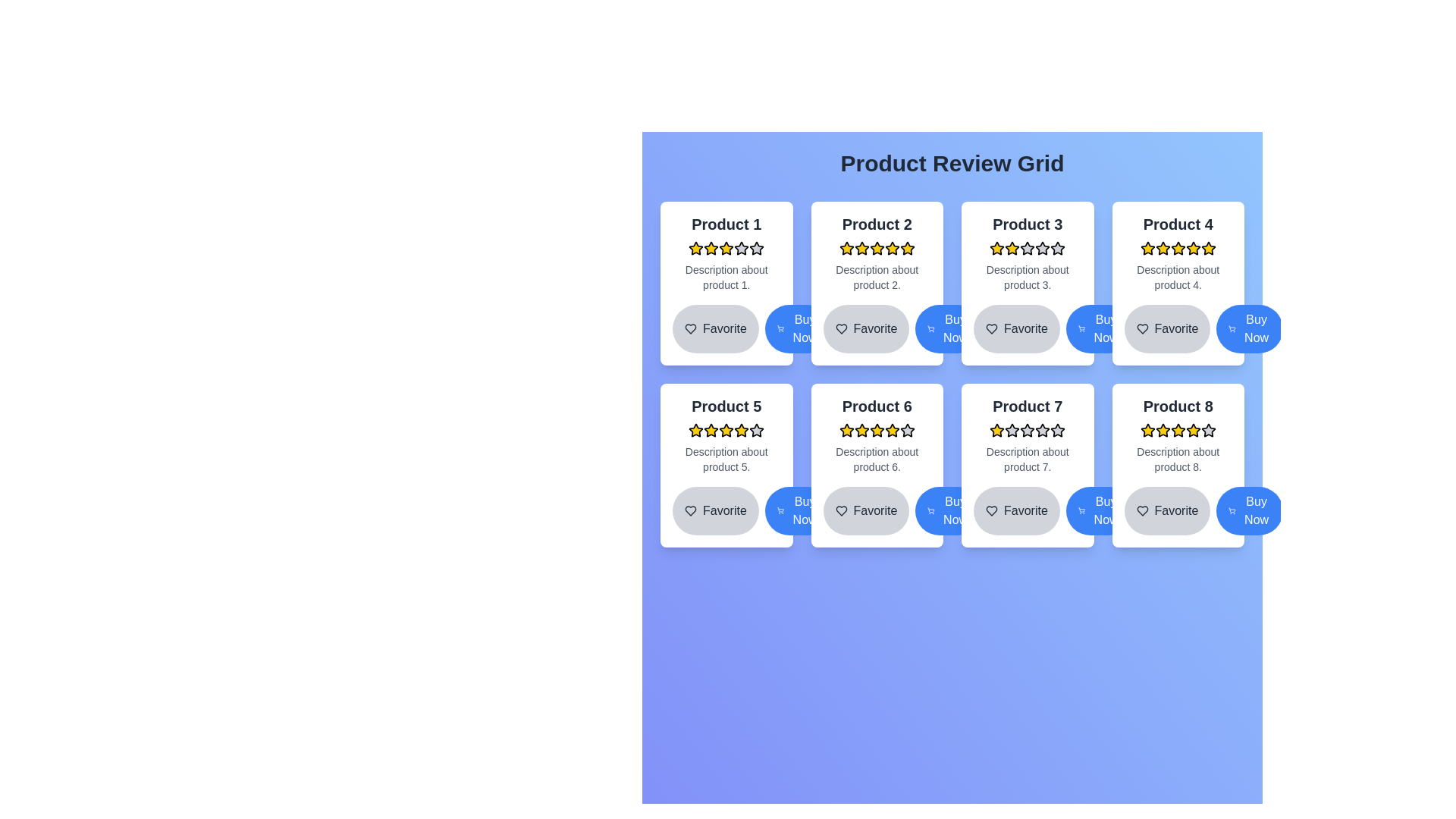 Image resolution: width=1456 pixels, height=819 pixels. What do you see at coordinates (1162, 430) in the screenshot?
I see `the yellow star rating icon, which is the second star in the rating row for the eighth item in the Product Review Grid section` at bounding box center [1162, 430].